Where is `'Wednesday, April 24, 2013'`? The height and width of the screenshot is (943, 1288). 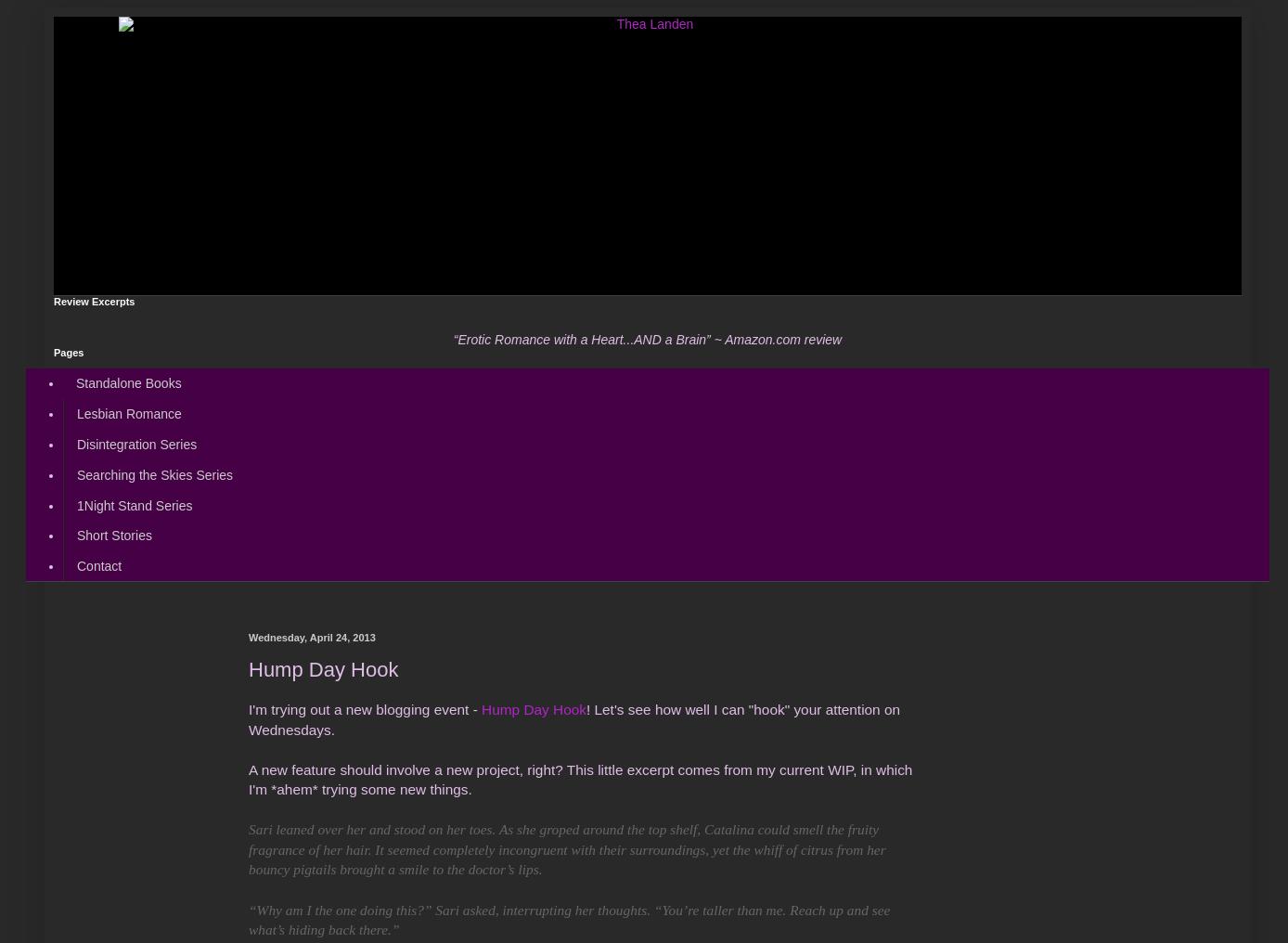 'Wednesday, April 24, 2013' is located at coordinates (311, 636).